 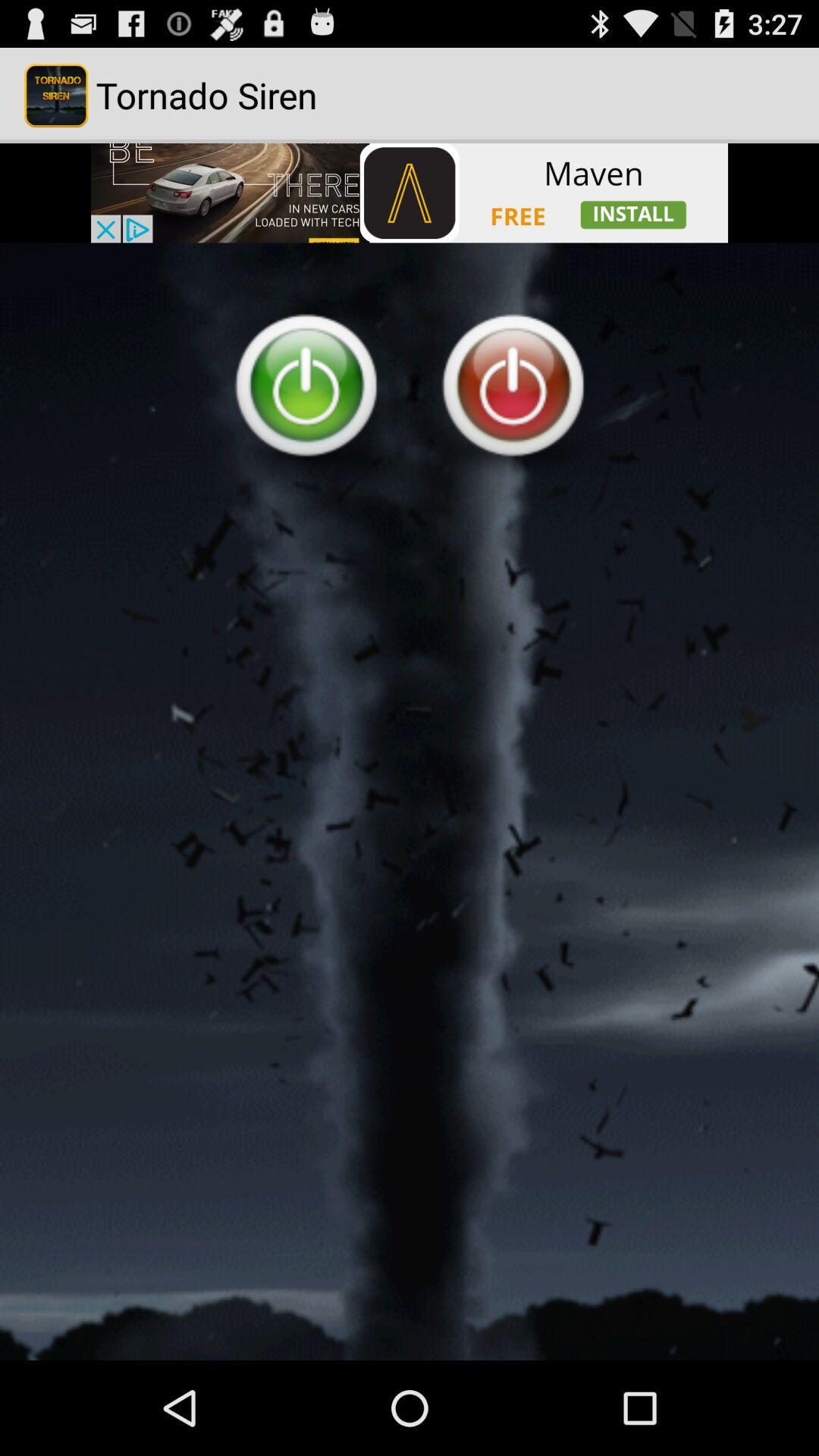 I want to click on sound effect, so click(x=409, y=801).